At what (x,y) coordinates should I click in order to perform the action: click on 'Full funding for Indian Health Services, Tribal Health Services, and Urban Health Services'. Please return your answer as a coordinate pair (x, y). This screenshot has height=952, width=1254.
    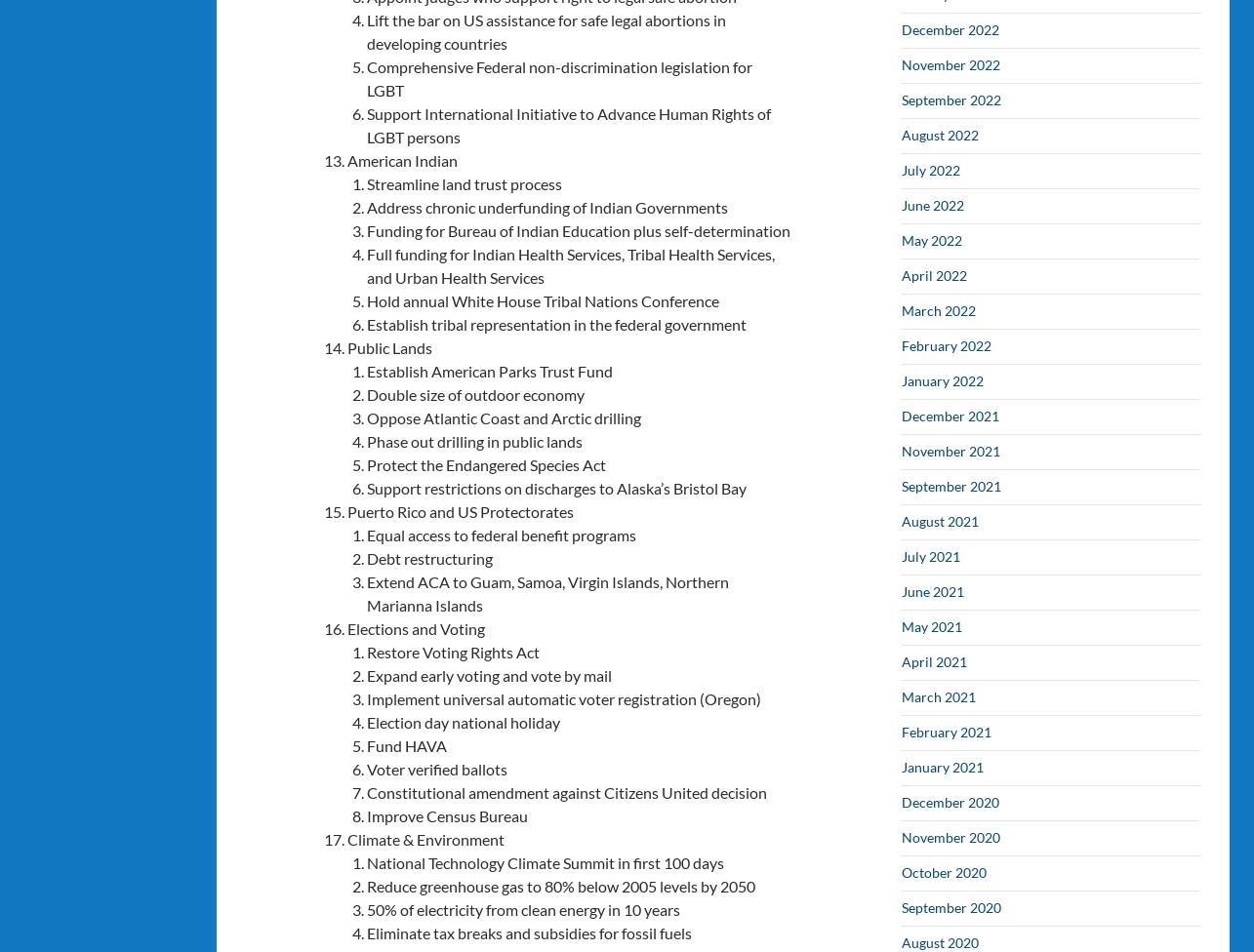
    Looking at the image, I should click on (571, 264).